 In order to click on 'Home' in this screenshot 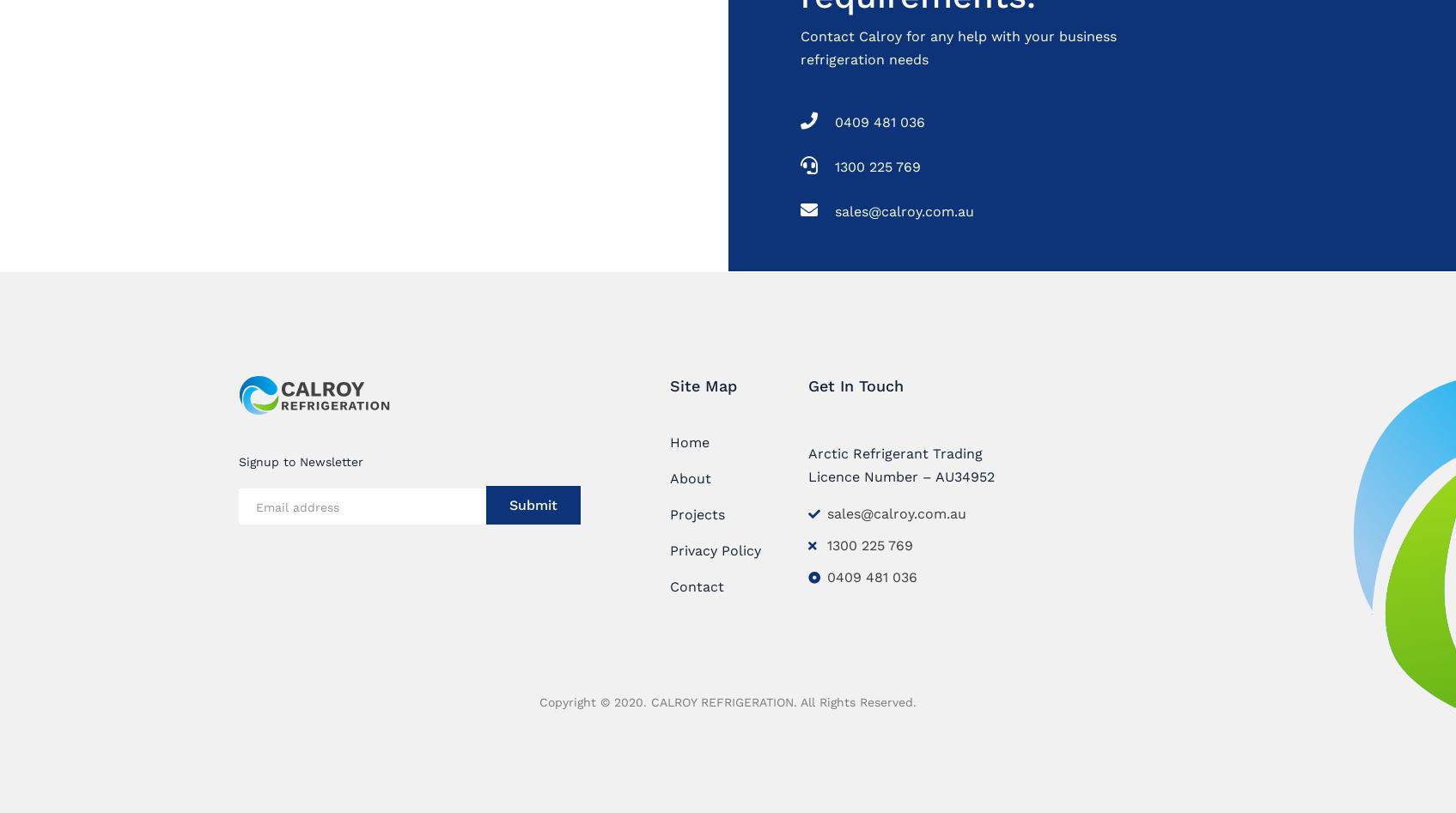, I will do `click(668, 440)`.